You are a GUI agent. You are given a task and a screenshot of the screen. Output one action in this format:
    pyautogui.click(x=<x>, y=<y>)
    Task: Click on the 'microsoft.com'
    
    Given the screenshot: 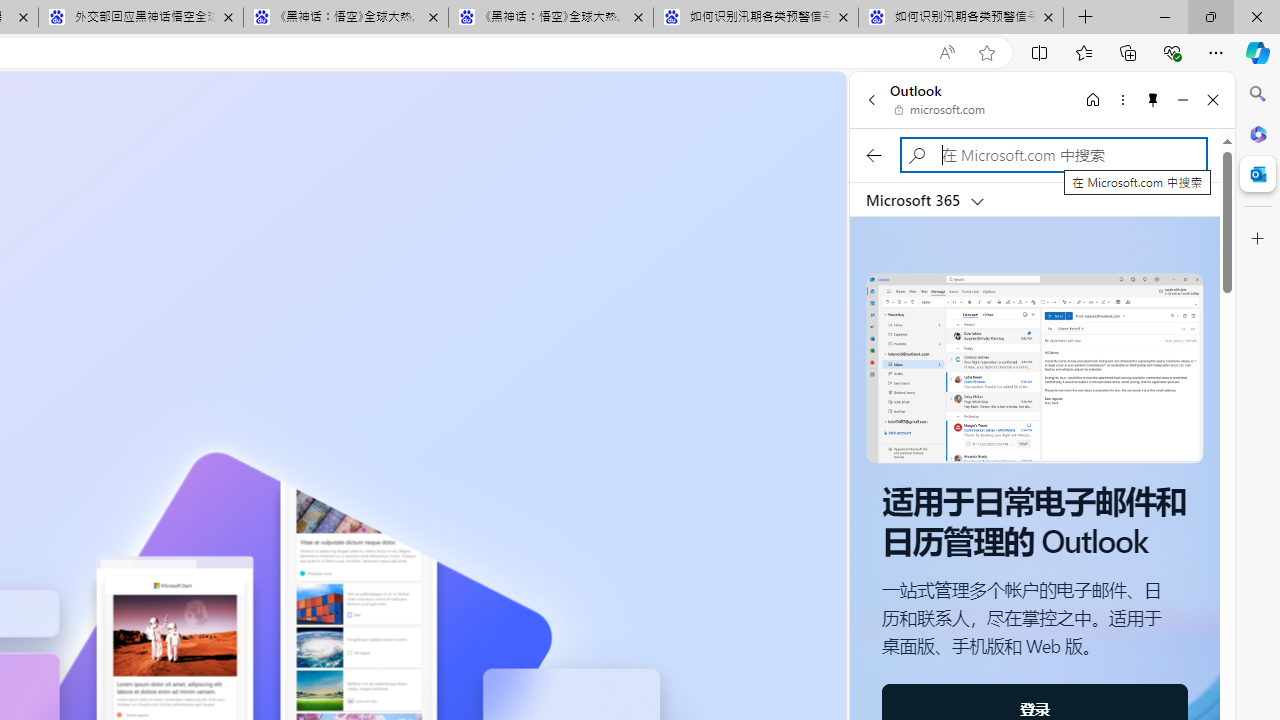 What is the action you would take?
    pyautogui.click(x=939, y=110)
    